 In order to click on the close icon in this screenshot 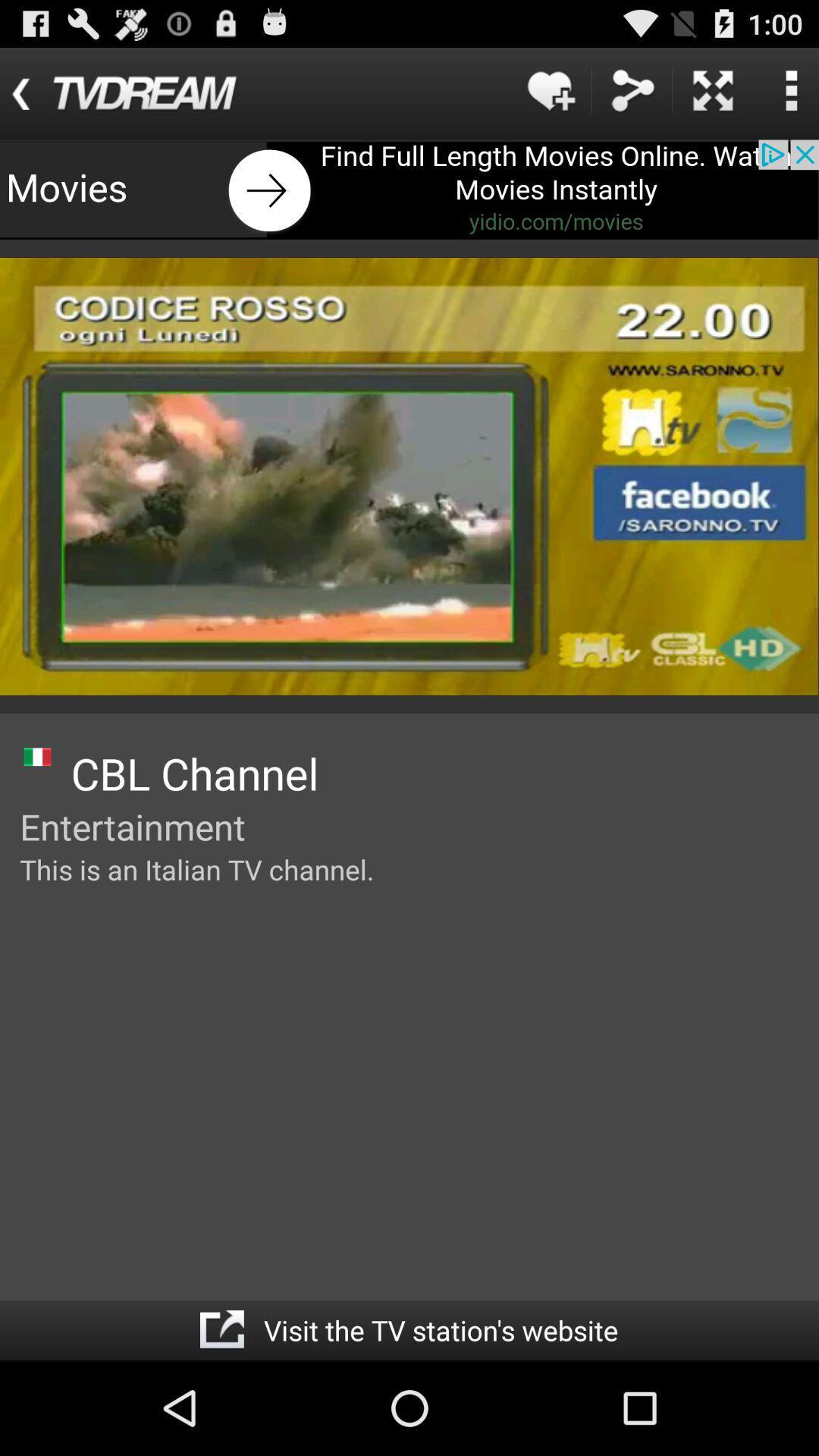, I will do `click(713, 96)`.